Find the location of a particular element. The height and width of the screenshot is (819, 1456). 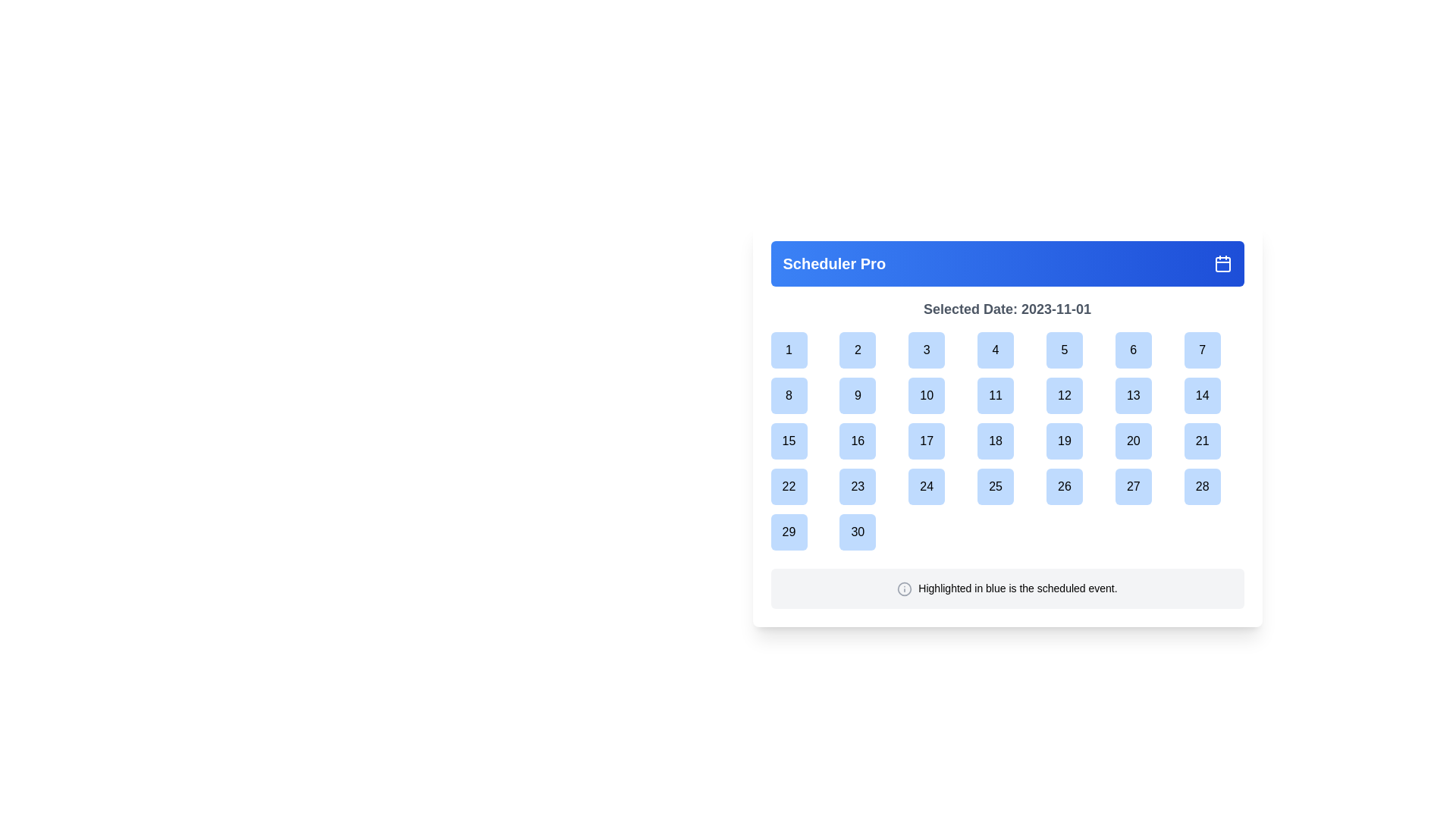

the grid of buttons representing calendar days is located at coordinates (1007, 453).